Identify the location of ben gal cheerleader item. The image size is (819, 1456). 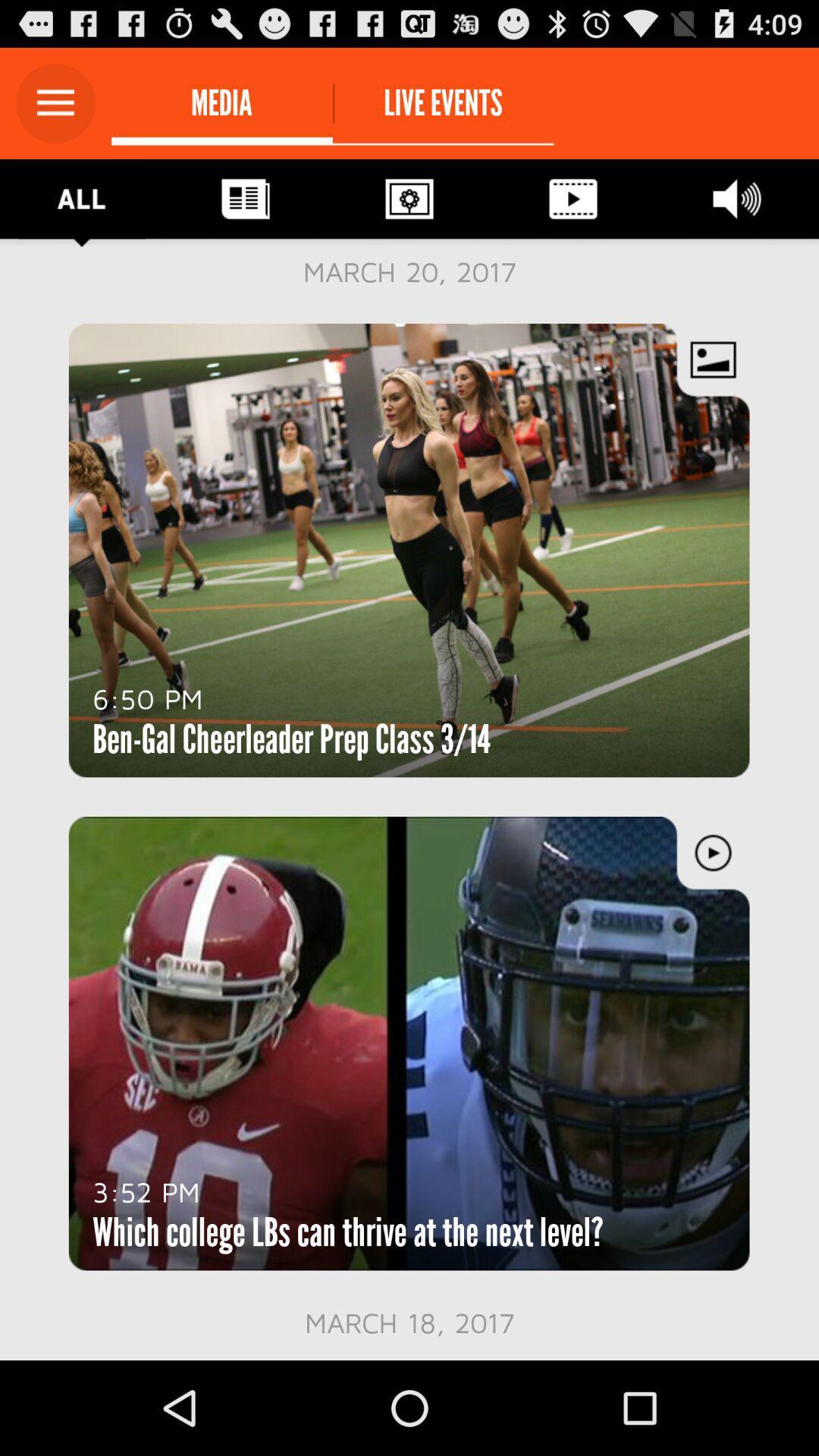
(291, 739).